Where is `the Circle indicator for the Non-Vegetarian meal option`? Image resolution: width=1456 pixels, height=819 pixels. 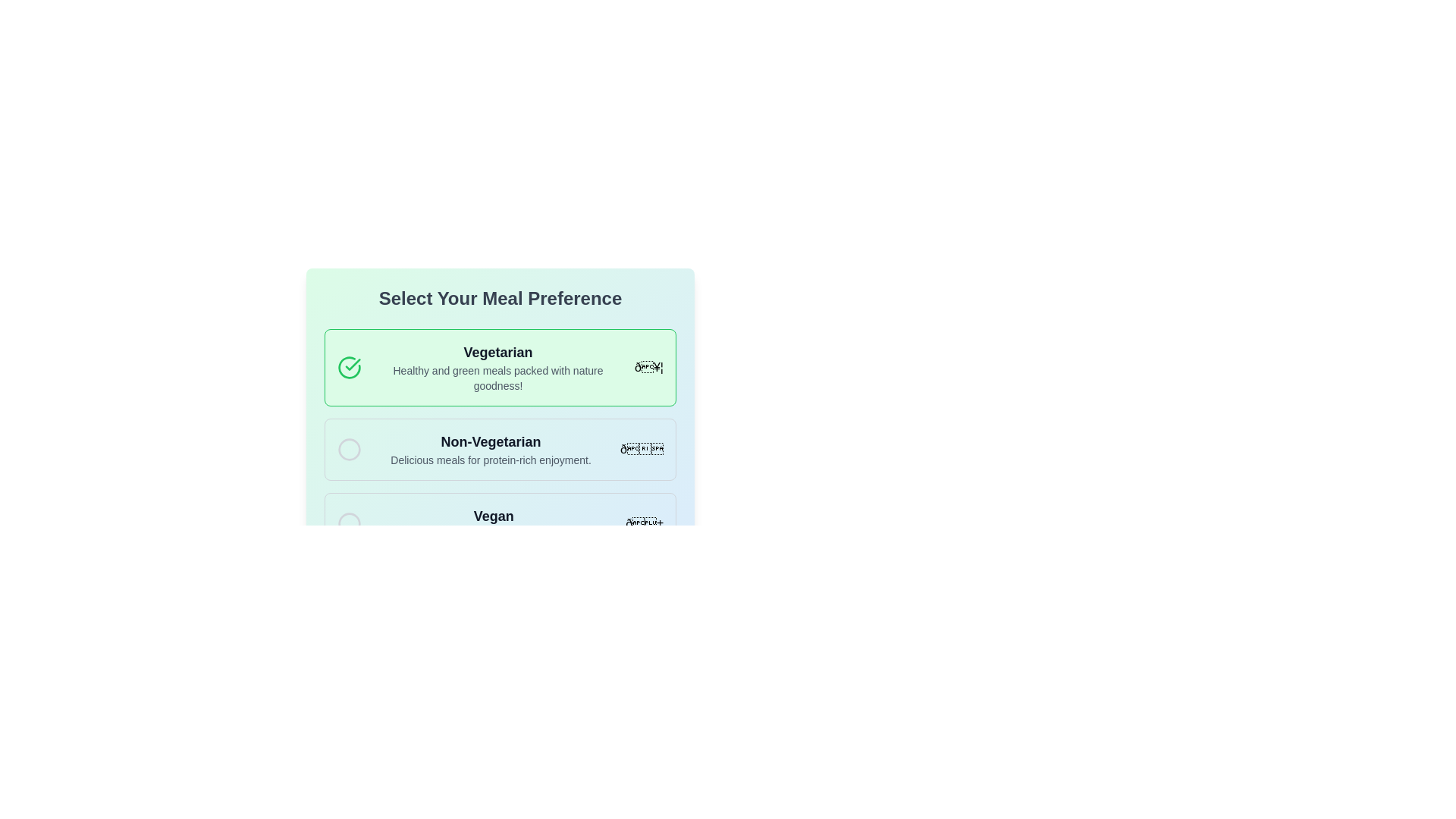 the Circle indicator for the Non-Vegetarian meal option is located at coordinates (348, 449).